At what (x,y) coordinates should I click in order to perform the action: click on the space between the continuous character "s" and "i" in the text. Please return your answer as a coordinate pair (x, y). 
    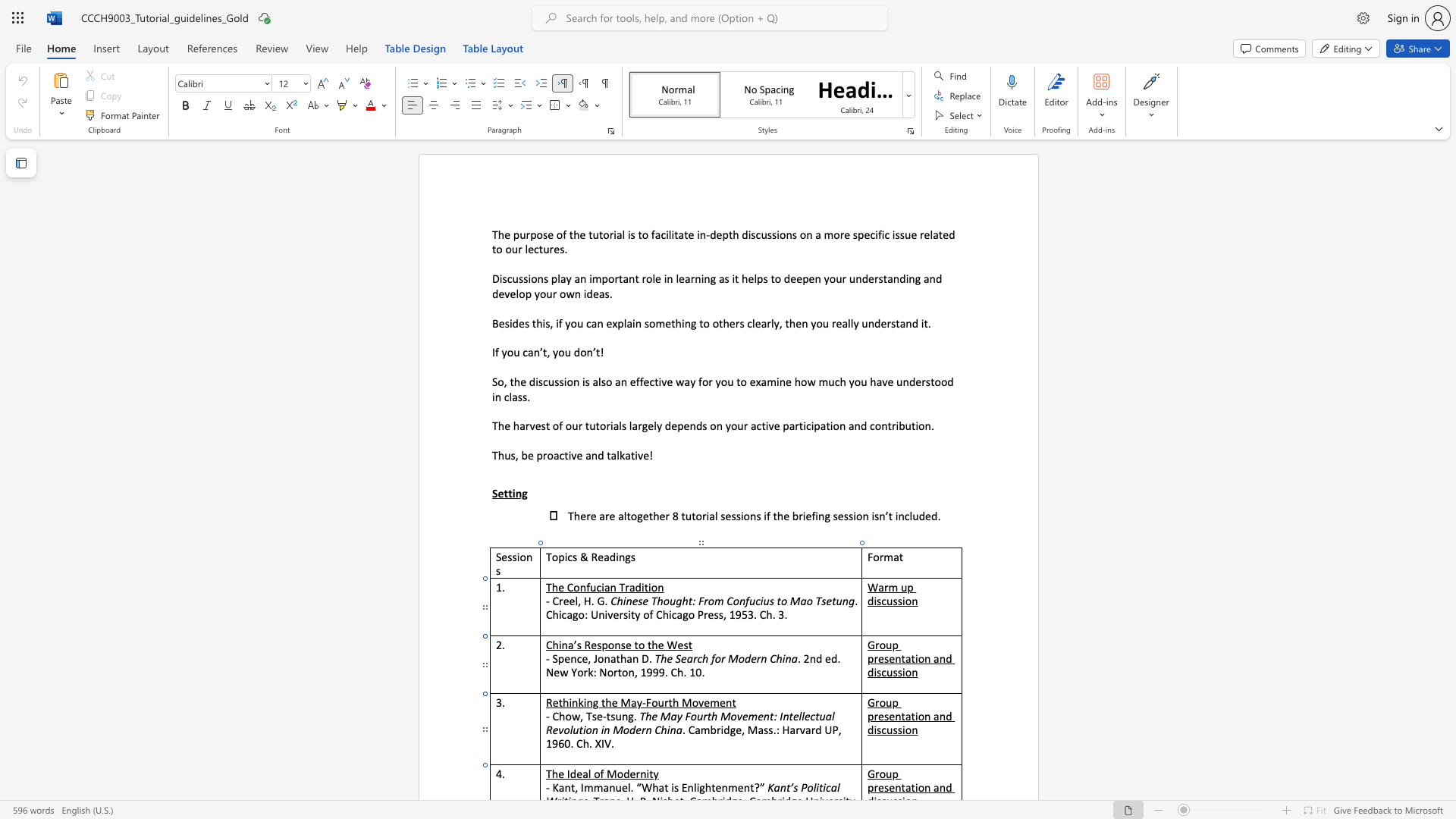
    Looking at the image, I should click on (902, 729).